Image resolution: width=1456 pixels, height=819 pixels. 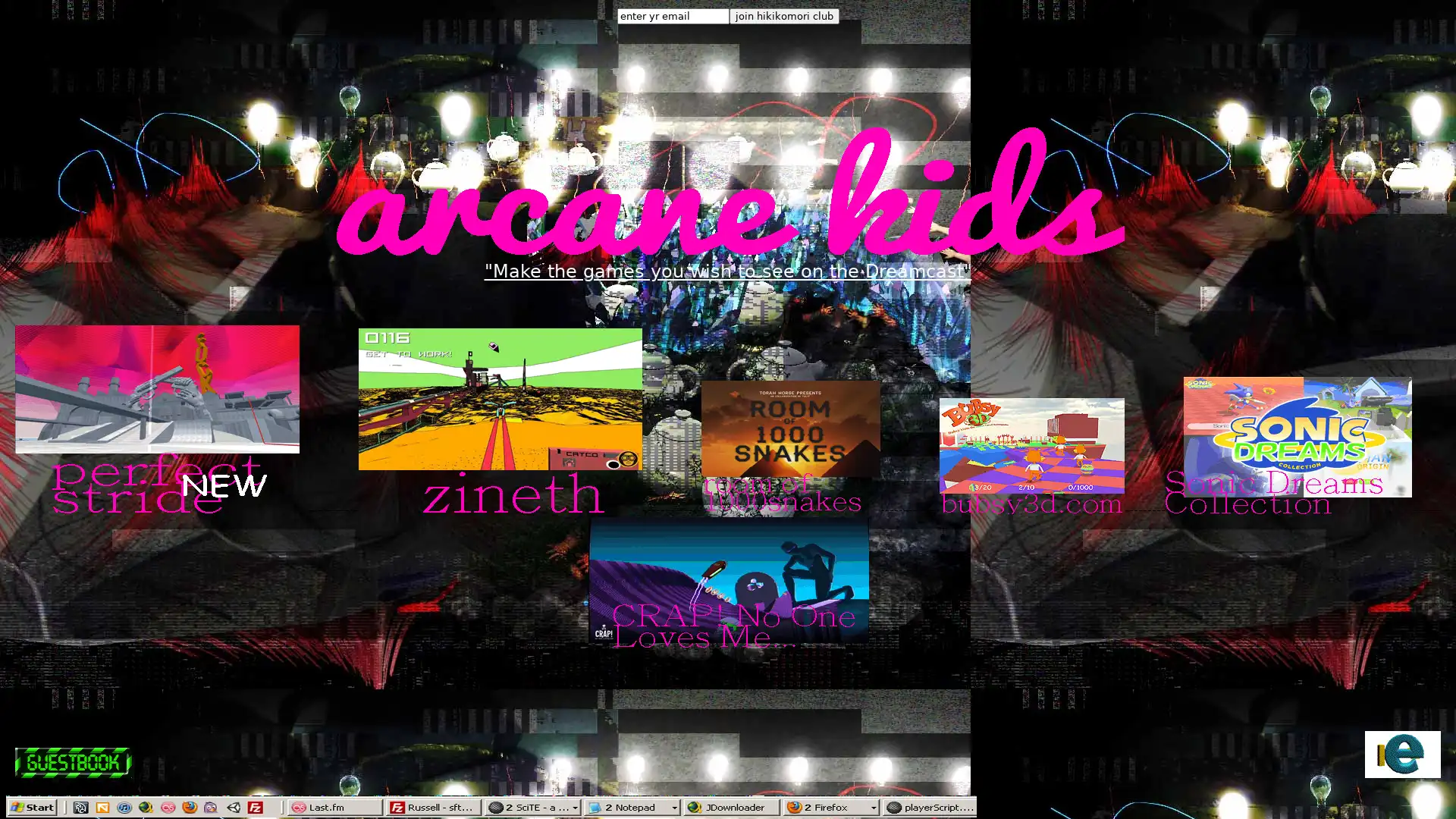 What do you see at coordinates (783, 16) in the screenshot?
I see `join hikikomori club` at bounding box center [783, 16].